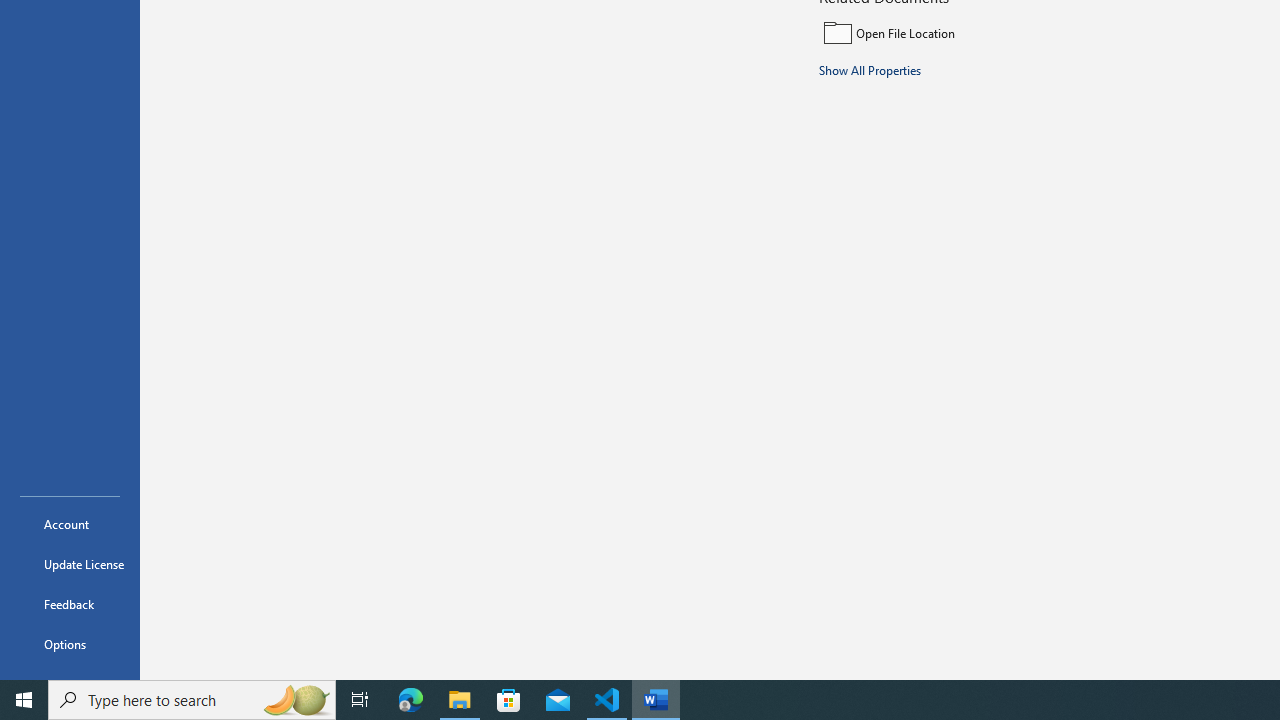 The width and height of the screenshot is (1280, 720). What do you see at coordinates (69, 564) in the screenshot?
I see `'Update License'` at bounding box center [69, 564].